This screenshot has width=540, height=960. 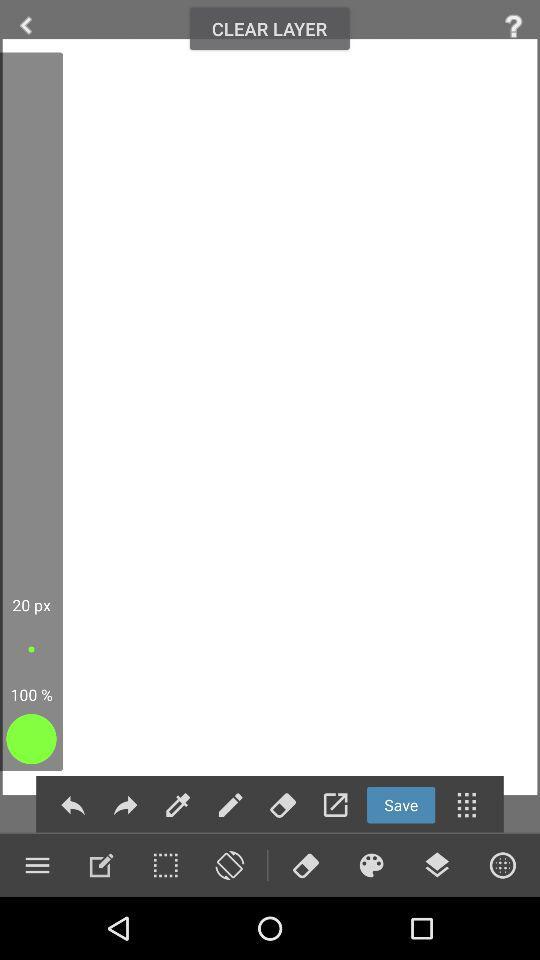 I want to click on draw, so click(x=100, y=864).